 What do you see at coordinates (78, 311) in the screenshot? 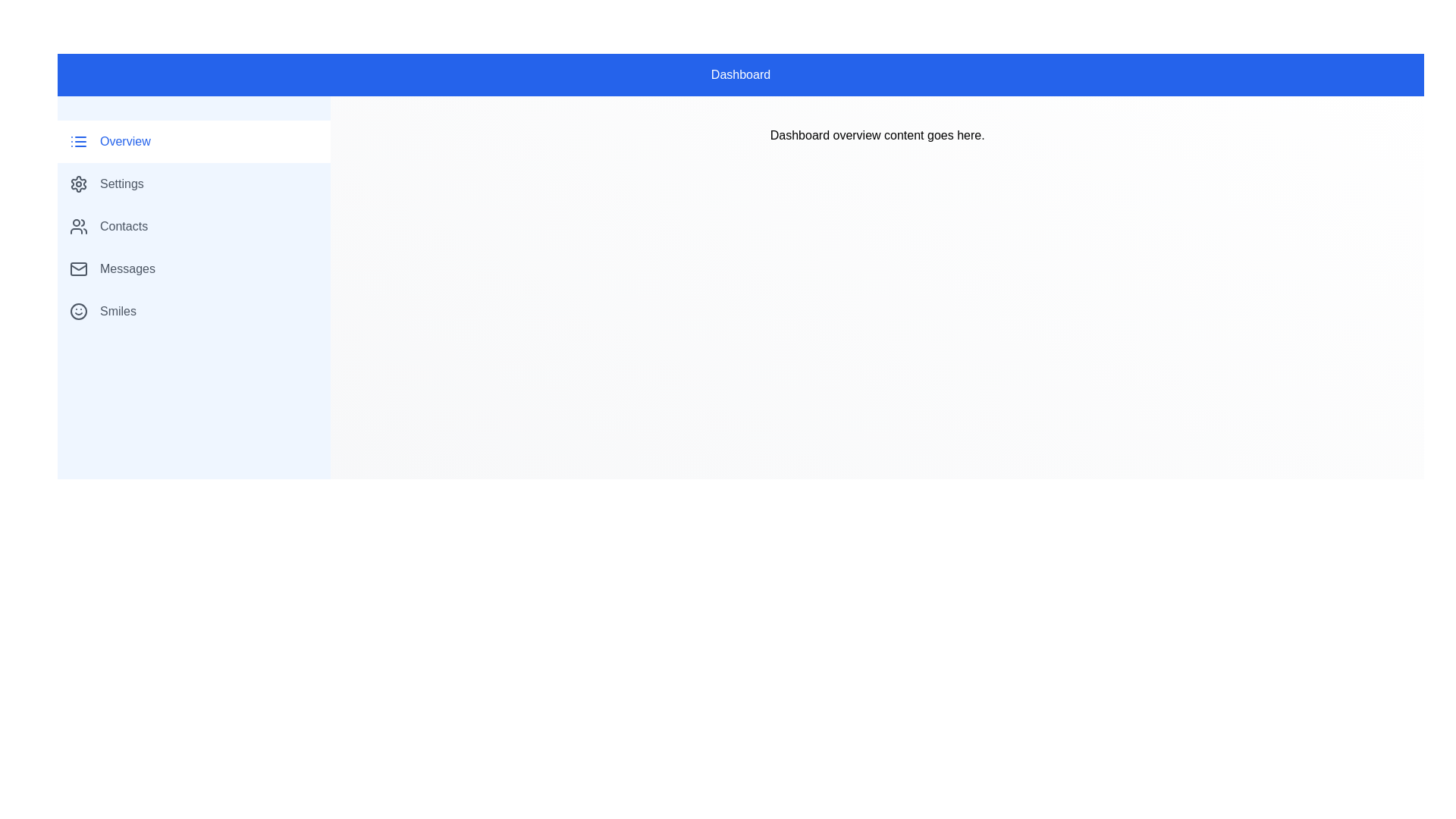
I see `the circular outer shape of the smiley icon, which is the fourth item in the vertical menu on the left sidebar` at bounding box center [78, 311].